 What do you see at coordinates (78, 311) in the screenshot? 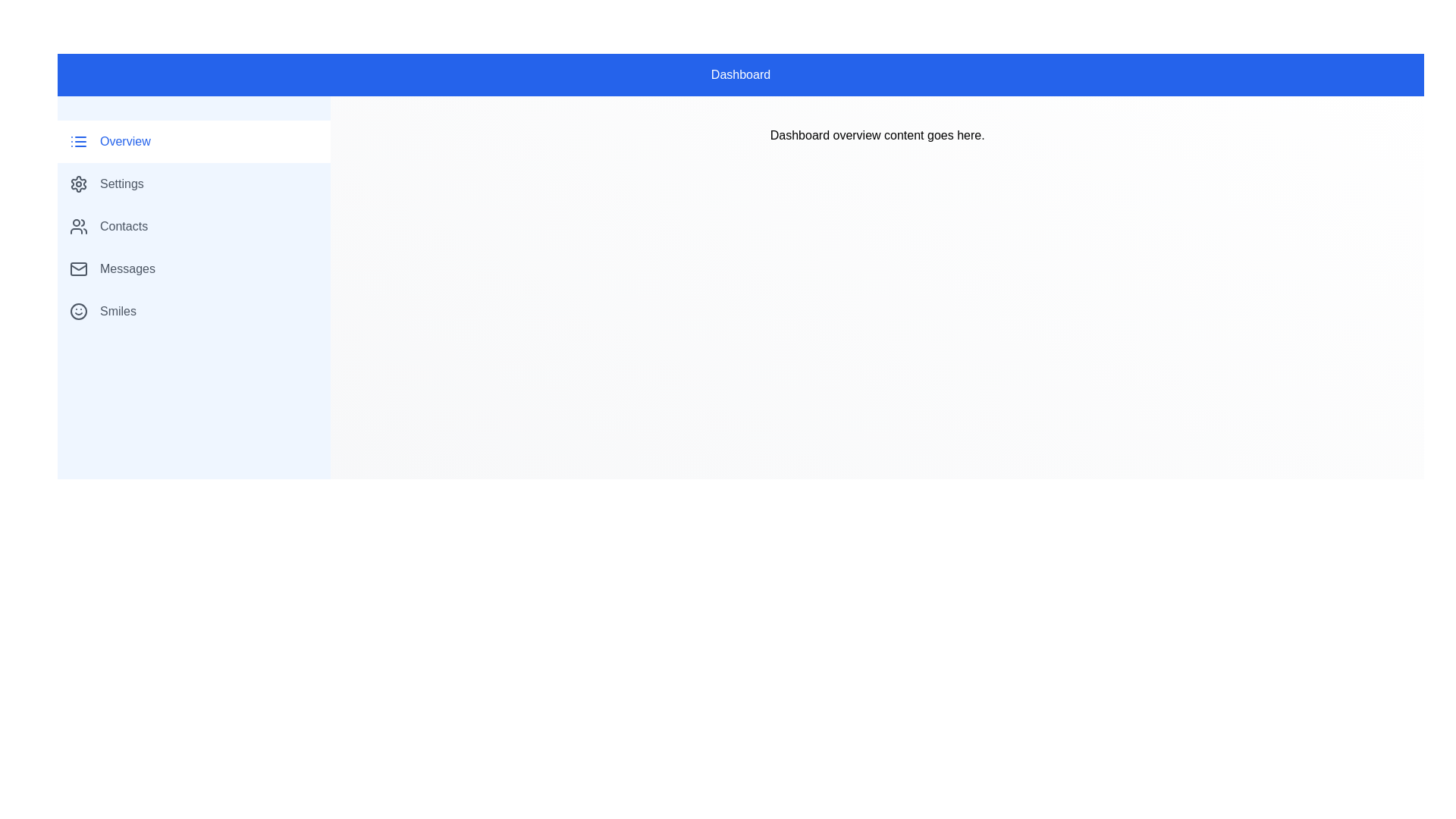
I see `the circular outer shape of the smiley icon, which is the fourth item in the vertical menu on the left sidebar` at bounding box center [78, 311].